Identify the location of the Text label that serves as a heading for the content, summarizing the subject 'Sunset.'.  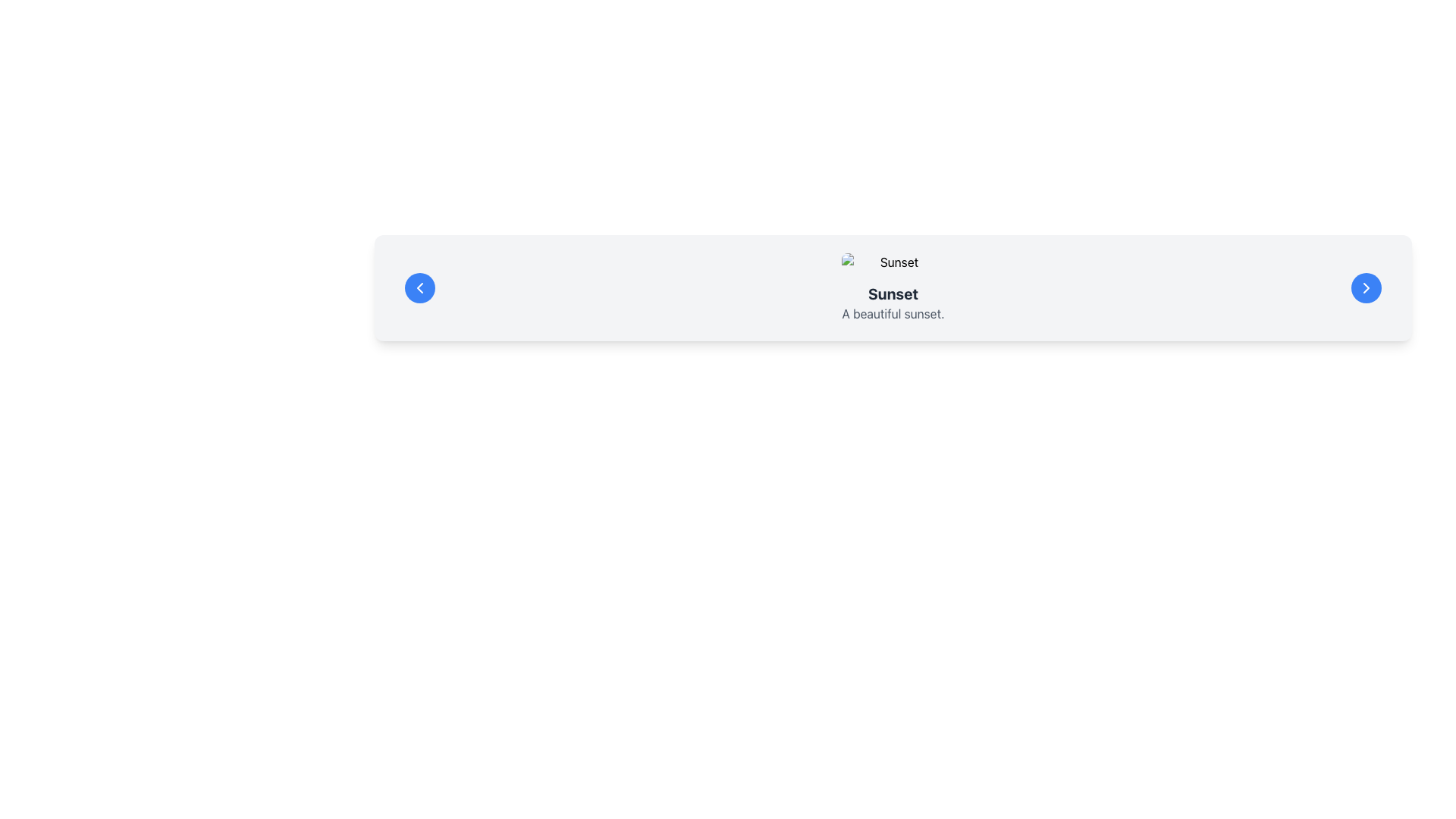
(893, 294).